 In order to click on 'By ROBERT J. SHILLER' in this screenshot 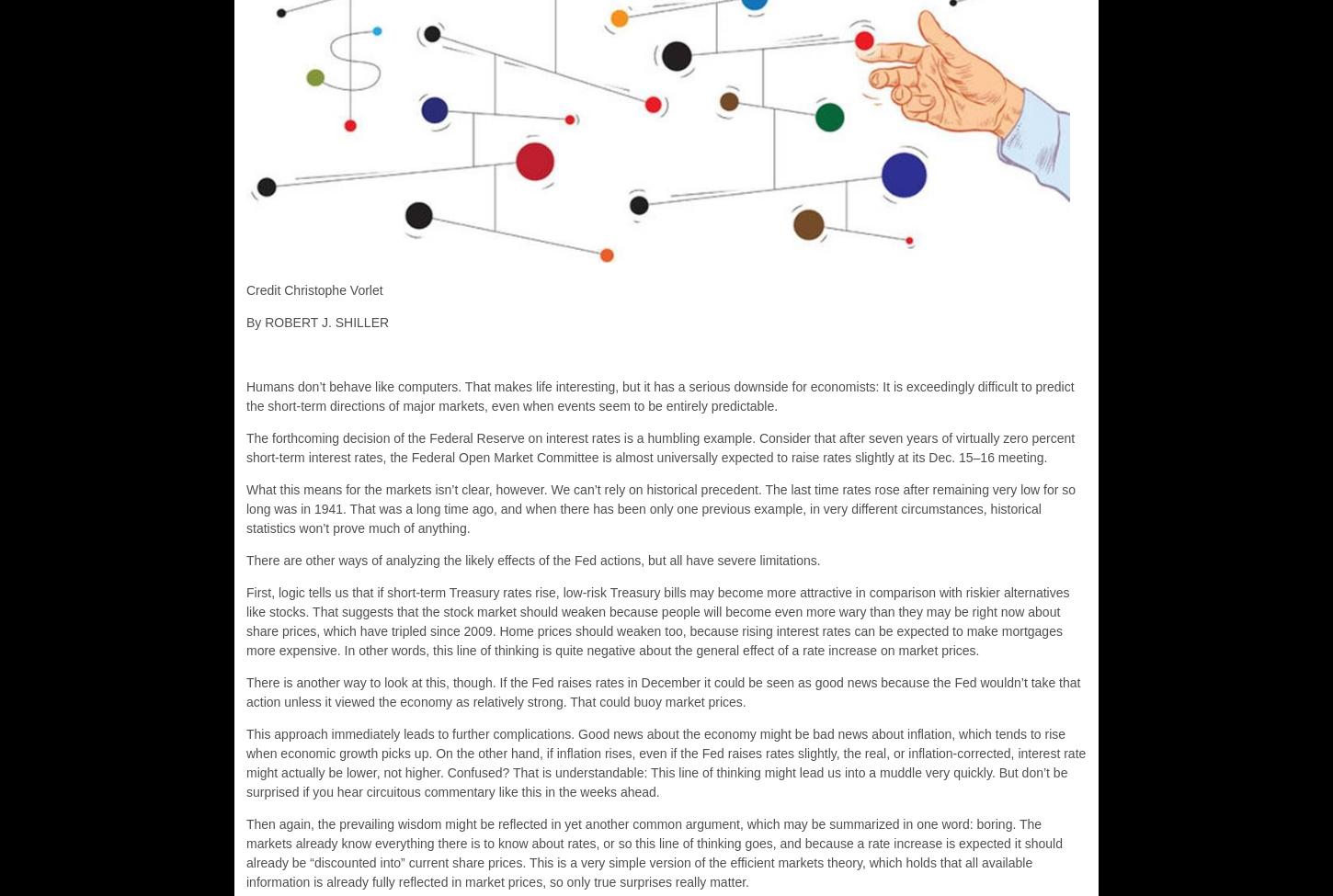, I will do `click(317, 322)`.